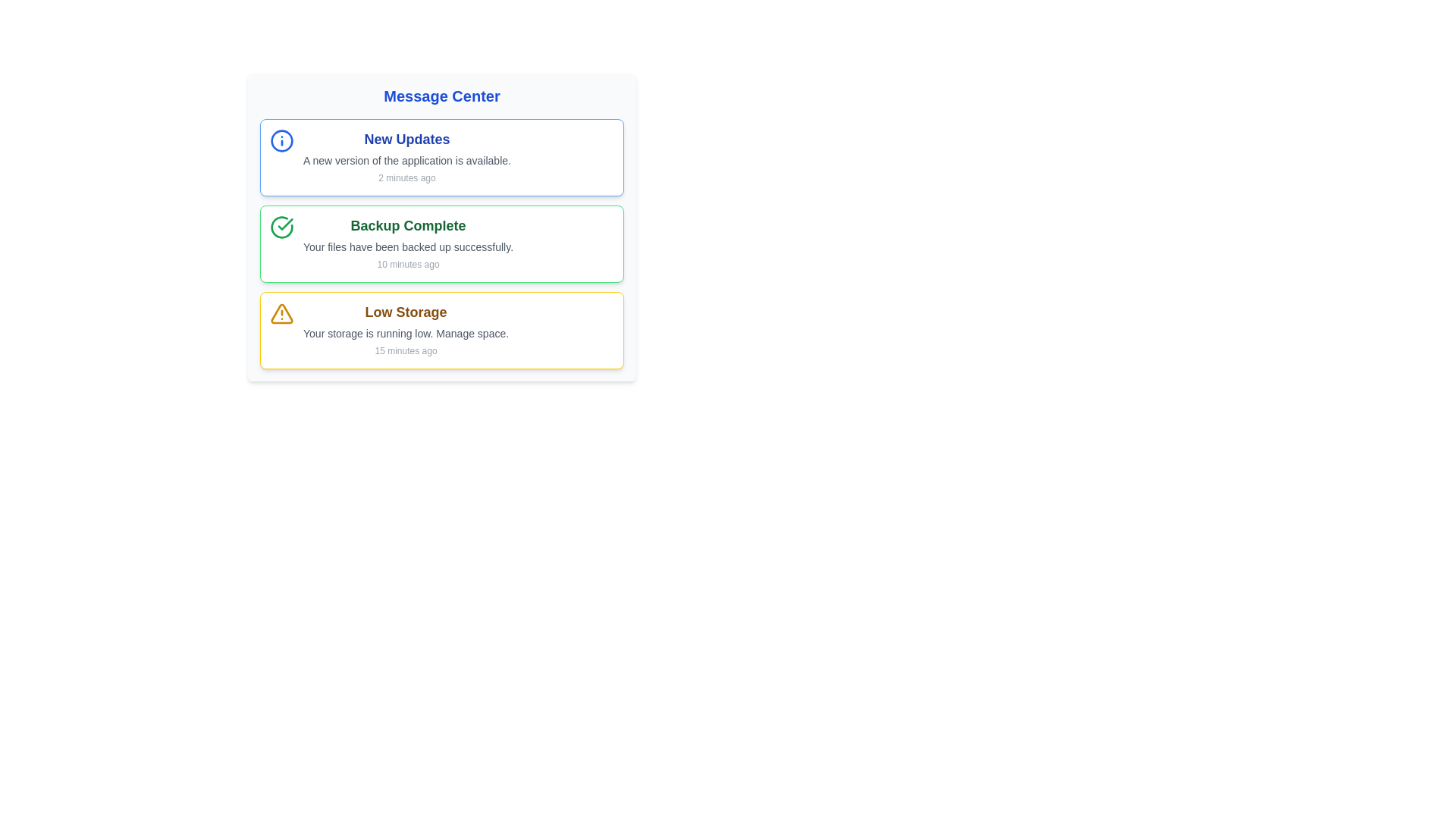 This screenshot has height=819, width=1456. What do you see at coordinates (407, 158) in the screenshot?
I see `the Notification block that contains a bold blue header saying 'New Updates' and is positioned beneath the header 'Message Center'` at bounding box center [407, 158].